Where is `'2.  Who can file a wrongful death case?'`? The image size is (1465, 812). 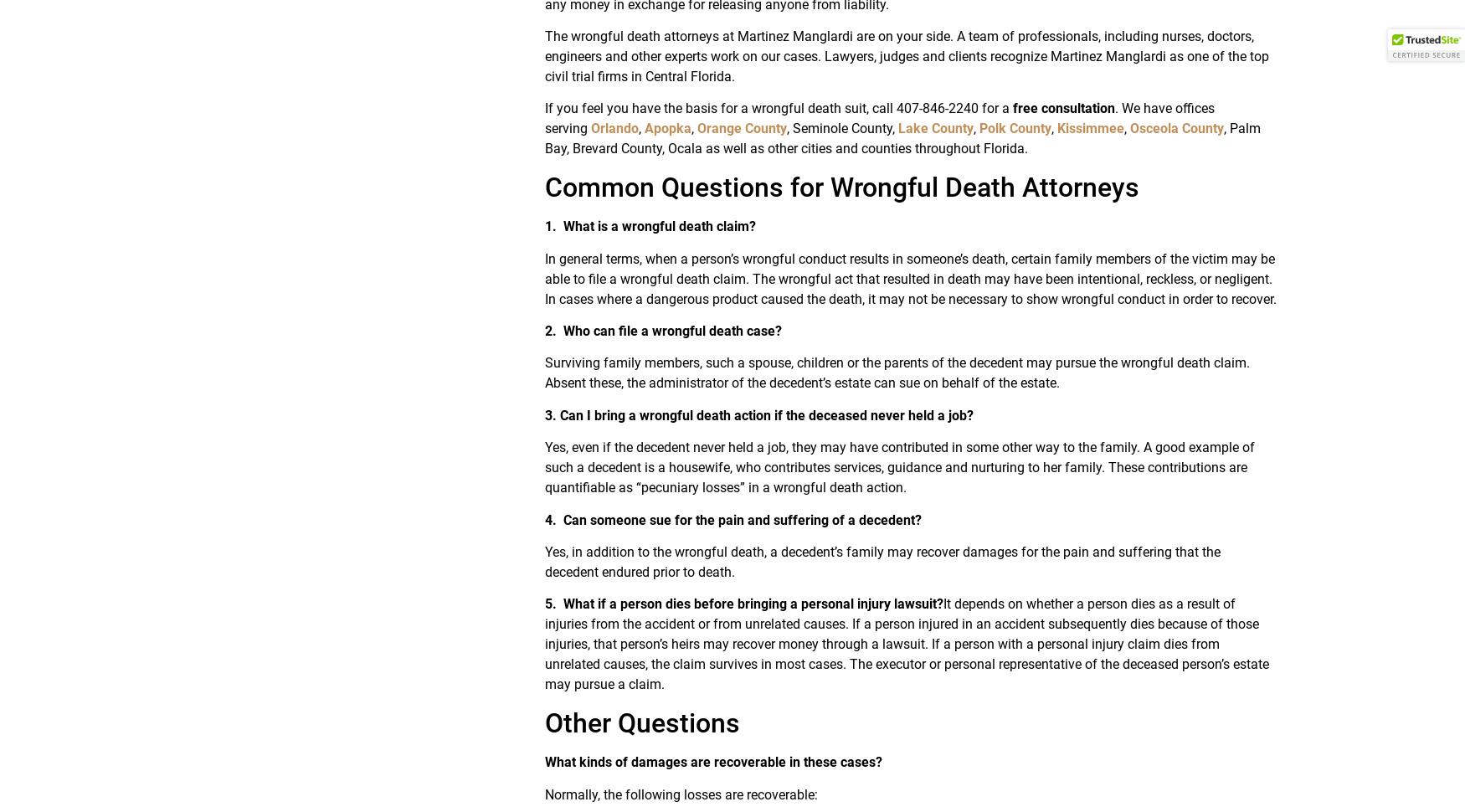
'2.  Who can file a wrongful death case?' is located at coordinates (661, 331).